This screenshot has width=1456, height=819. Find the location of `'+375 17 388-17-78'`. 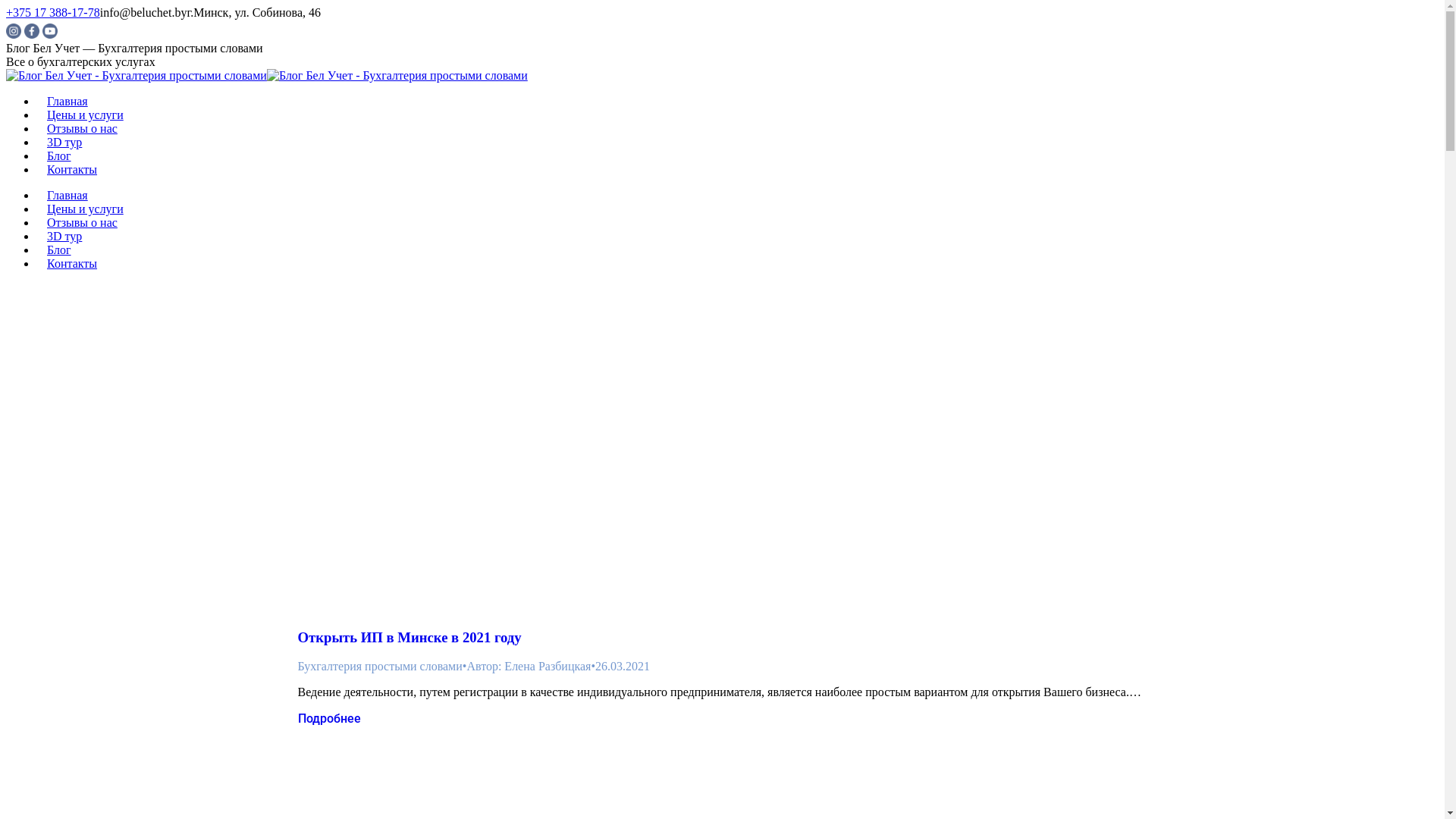

'+375 17 388-17-78' is located at coordinates (53, 12).